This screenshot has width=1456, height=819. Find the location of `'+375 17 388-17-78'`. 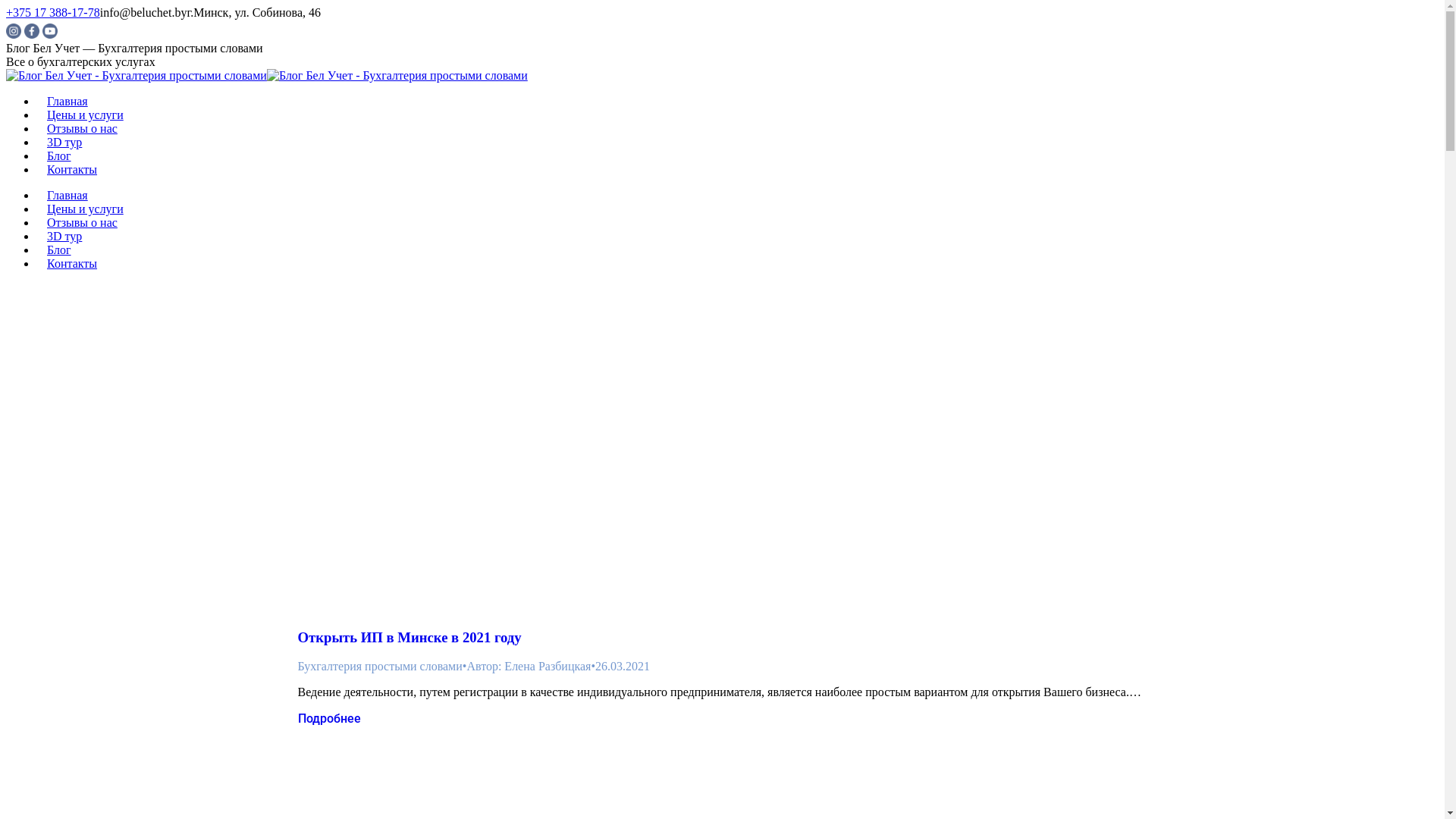

'+375 17 388-17-78' is located at coordinates (53, 12).